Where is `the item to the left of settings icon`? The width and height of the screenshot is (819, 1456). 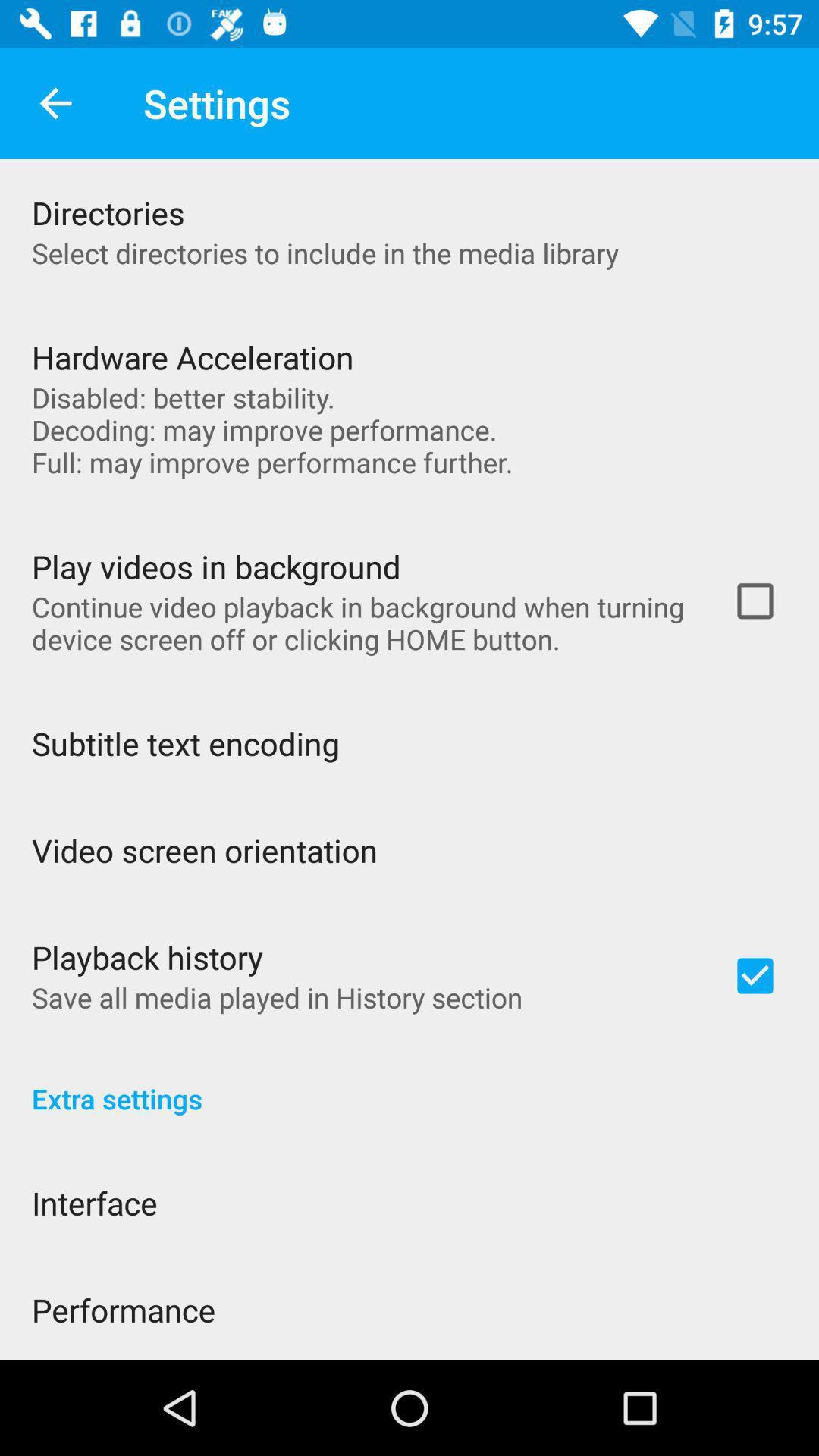
the item to the left of settings icon is located at coordinates (55, 102).